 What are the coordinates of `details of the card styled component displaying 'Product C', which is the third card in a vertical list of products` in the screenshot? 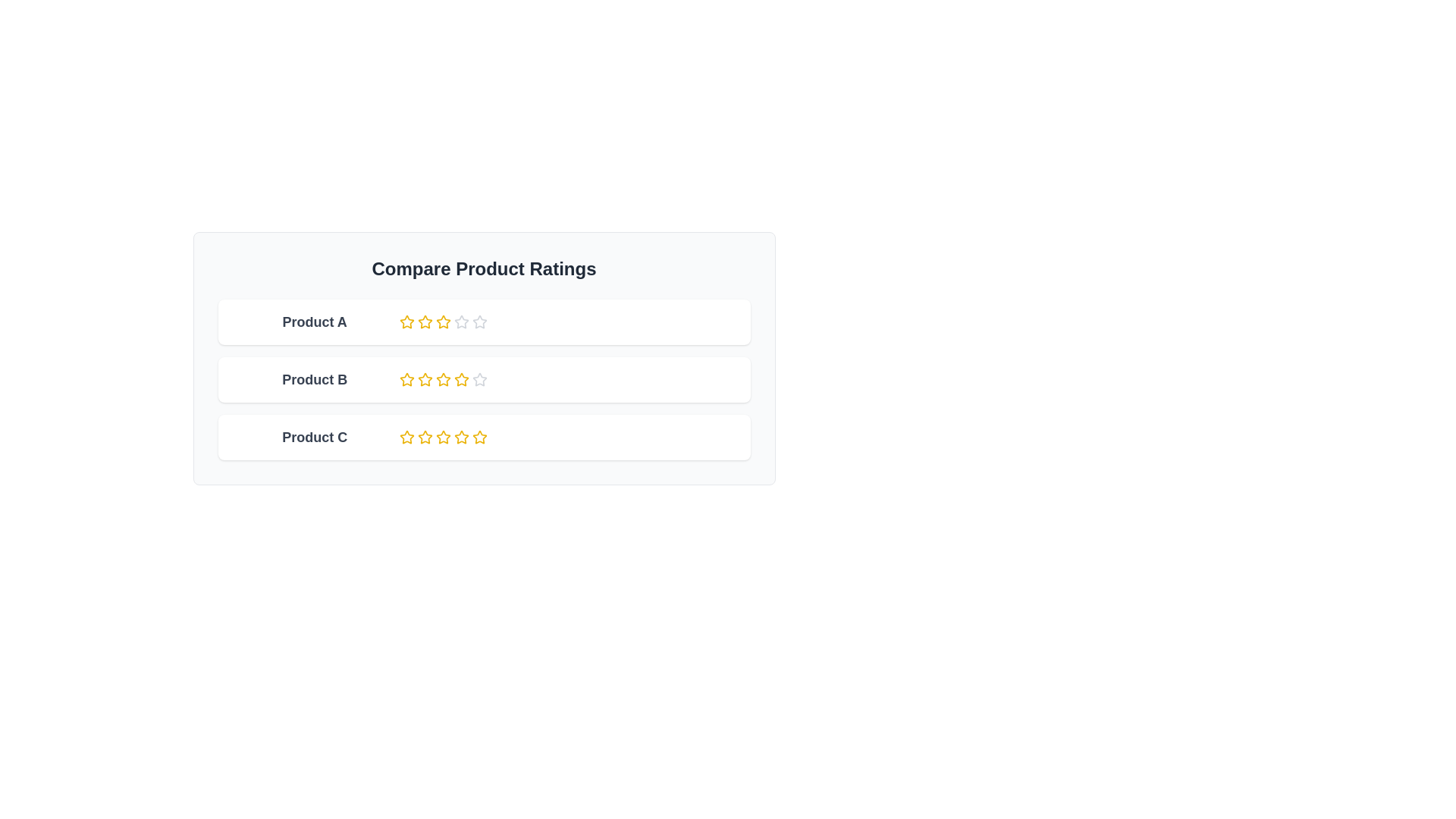 It's located at (483, 438).